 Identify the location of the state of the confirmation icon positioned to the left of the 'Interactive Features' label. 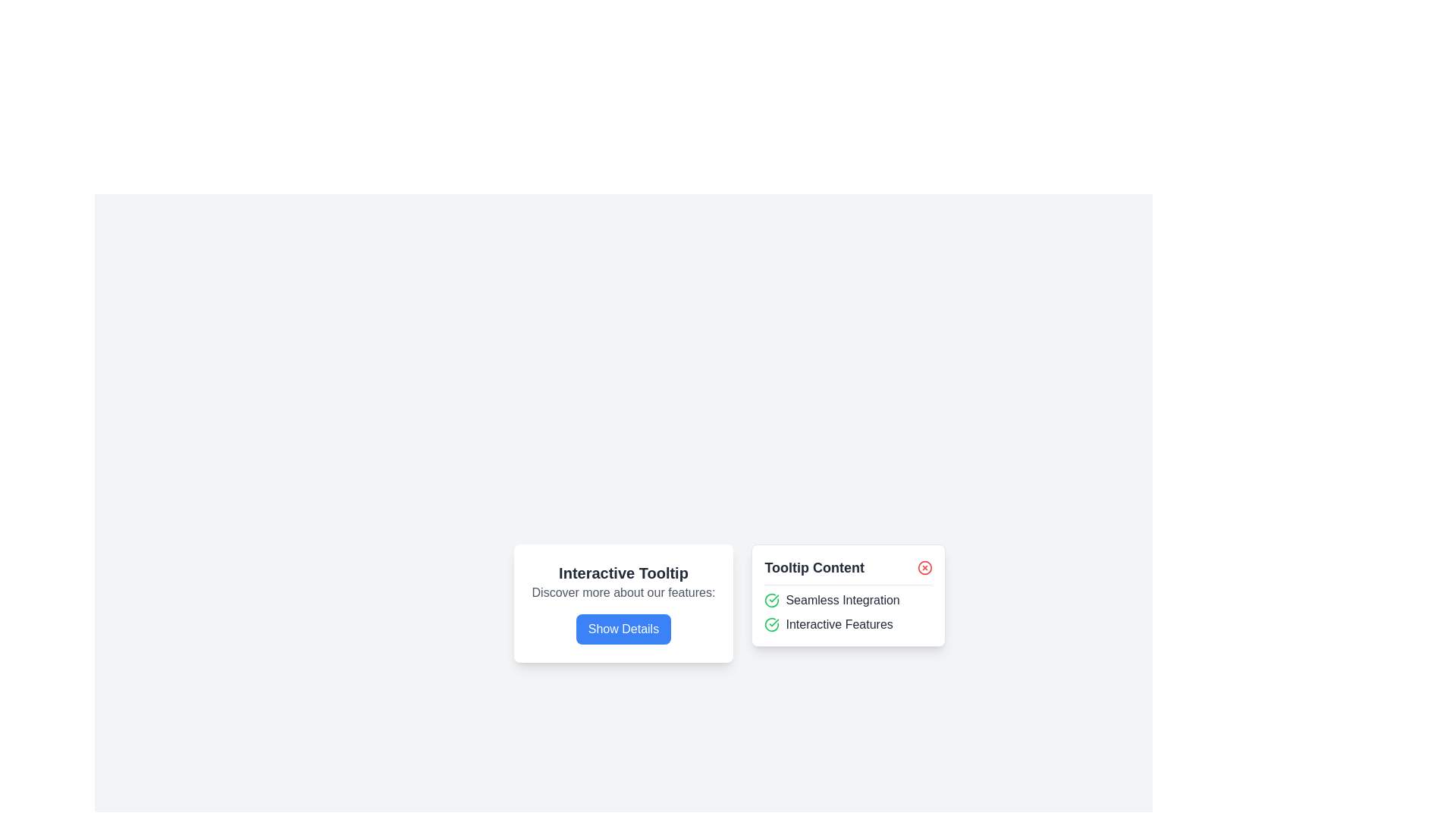
(772, 625).